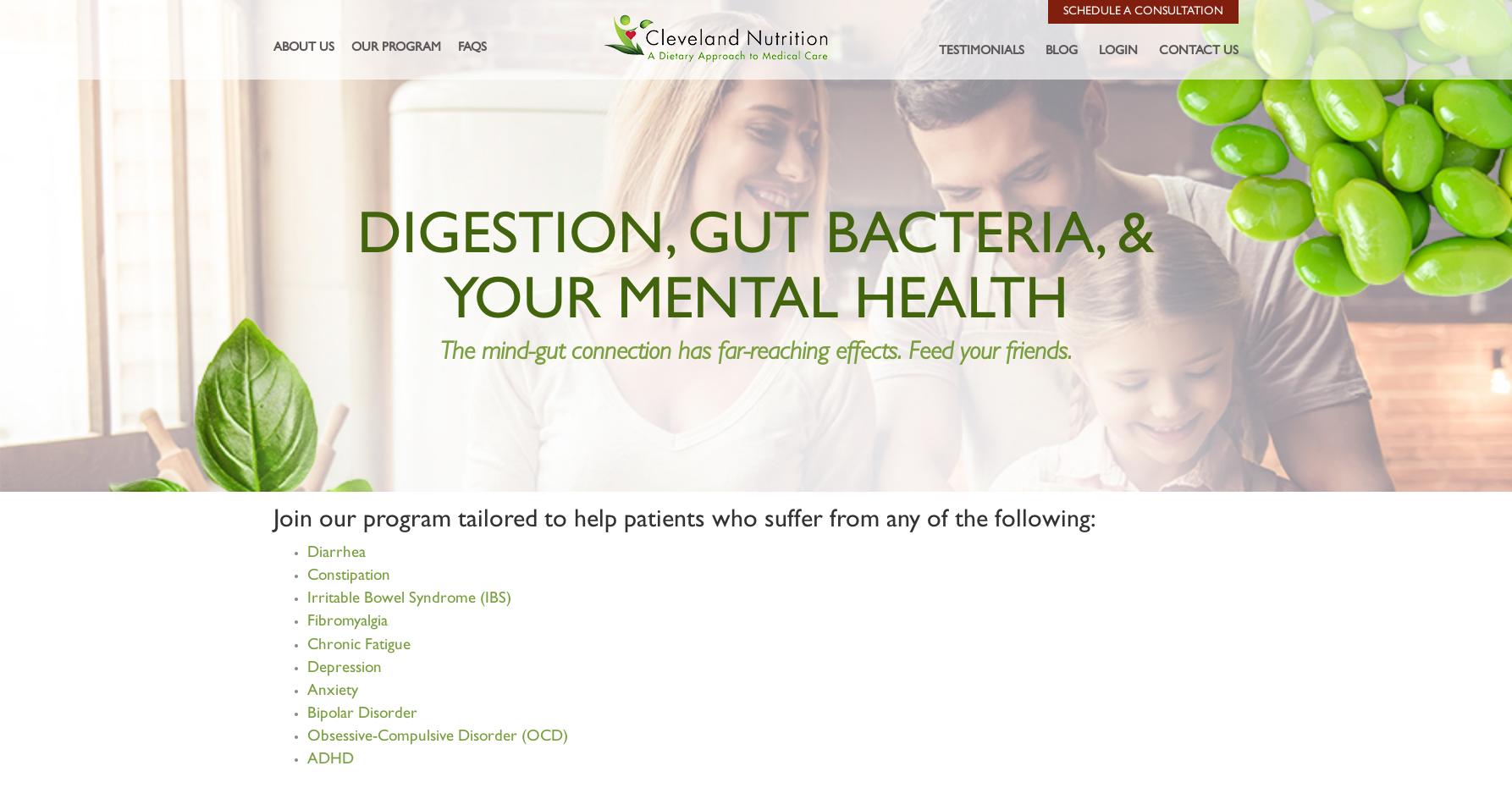 Image resolution: width=1512 pixels, height=810 pixels. I want to click on 'About Us', so click(273, 47).